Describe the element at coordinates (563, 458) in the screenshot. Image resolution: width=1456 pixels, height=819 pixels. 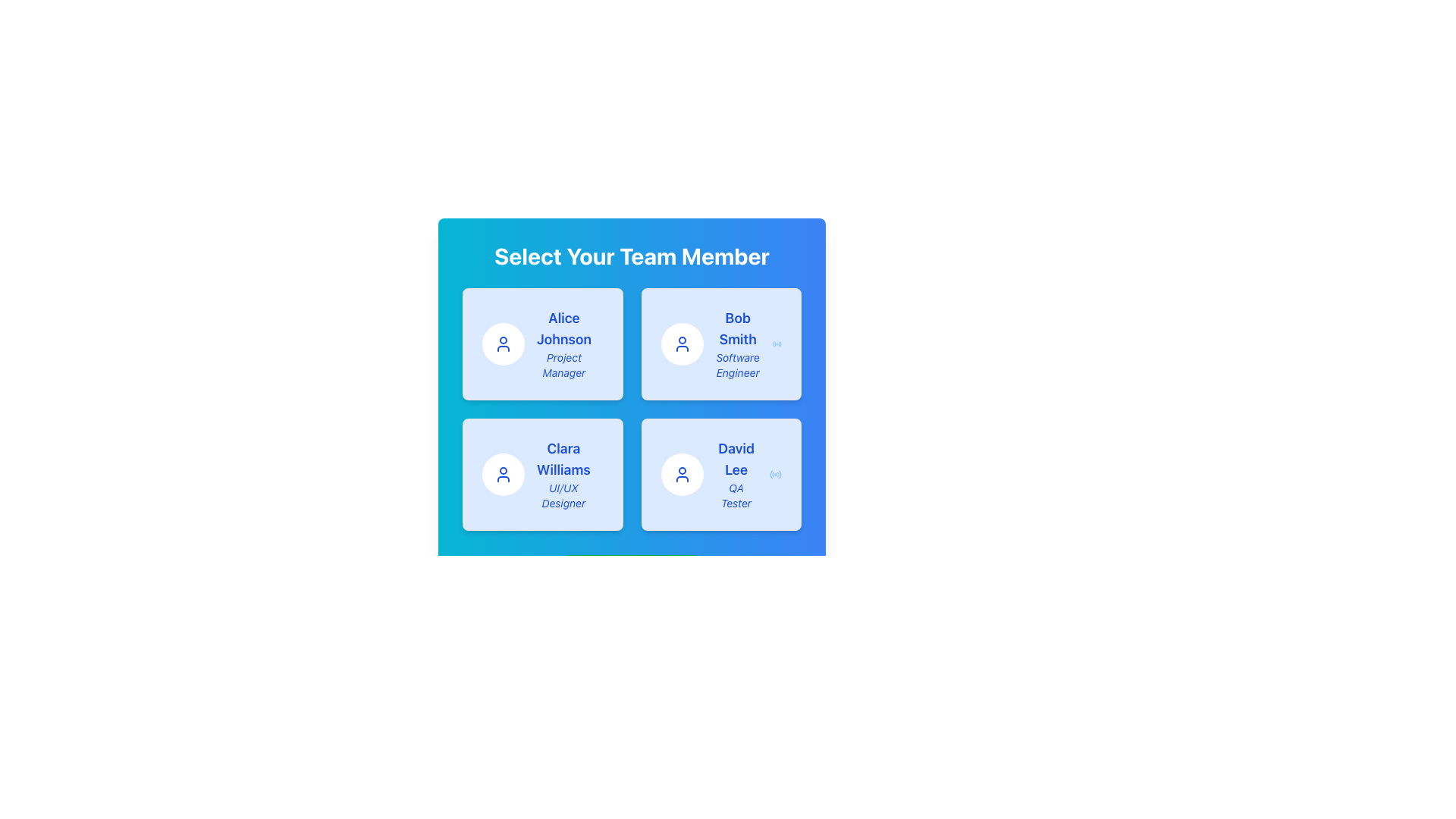
I see `the text label displaying the name 'Clara Williams' in the profile card located in the second column, second row of a four-card layout` at that location.